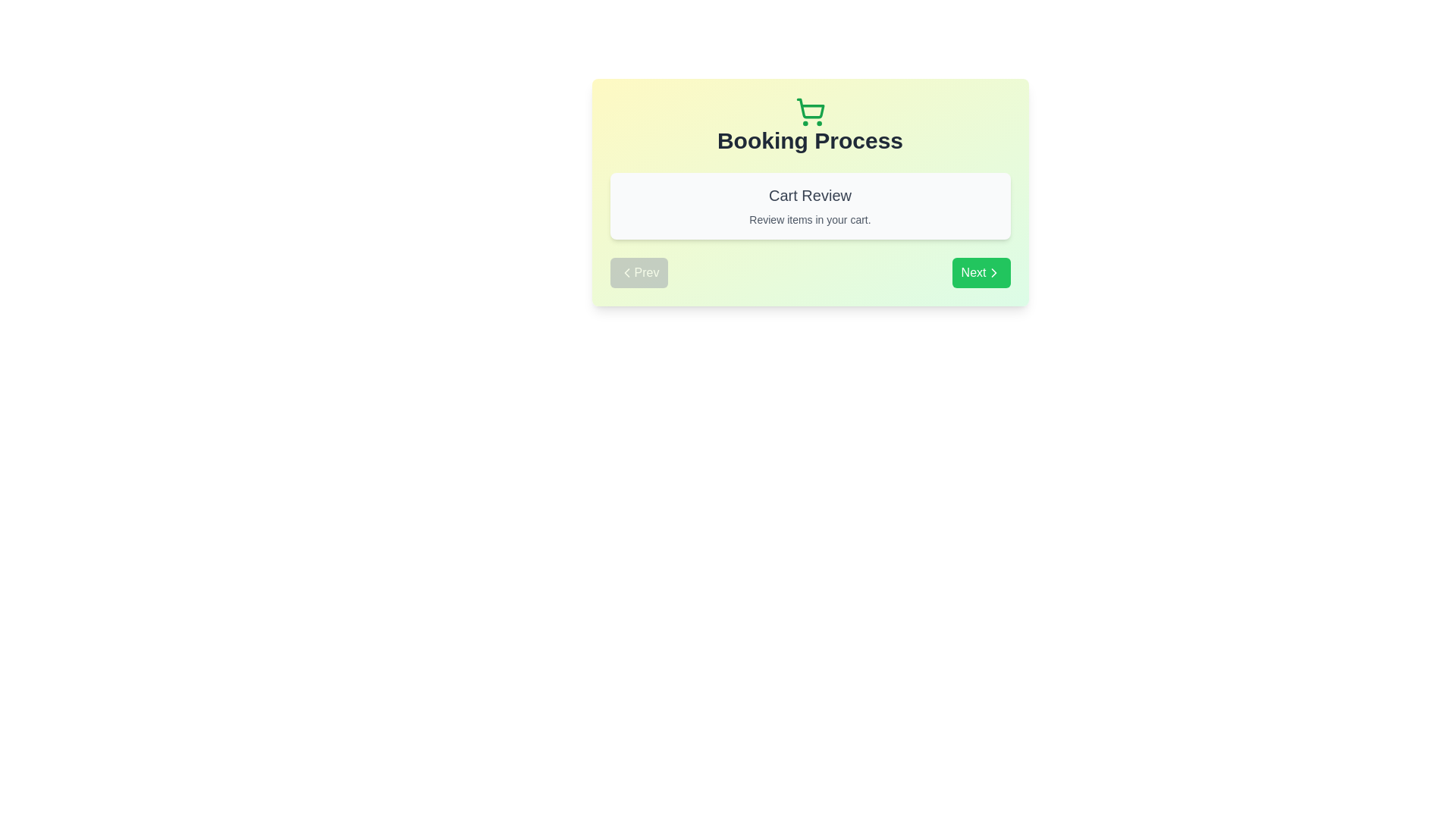 The height and width of the screenshot is (819, 1456). I want to click on the rightward pointing chevron icon within the SVG that symbolizes progressing forward, located under the 'Next' button in the bottom right region of the interface, so click(993, 271).